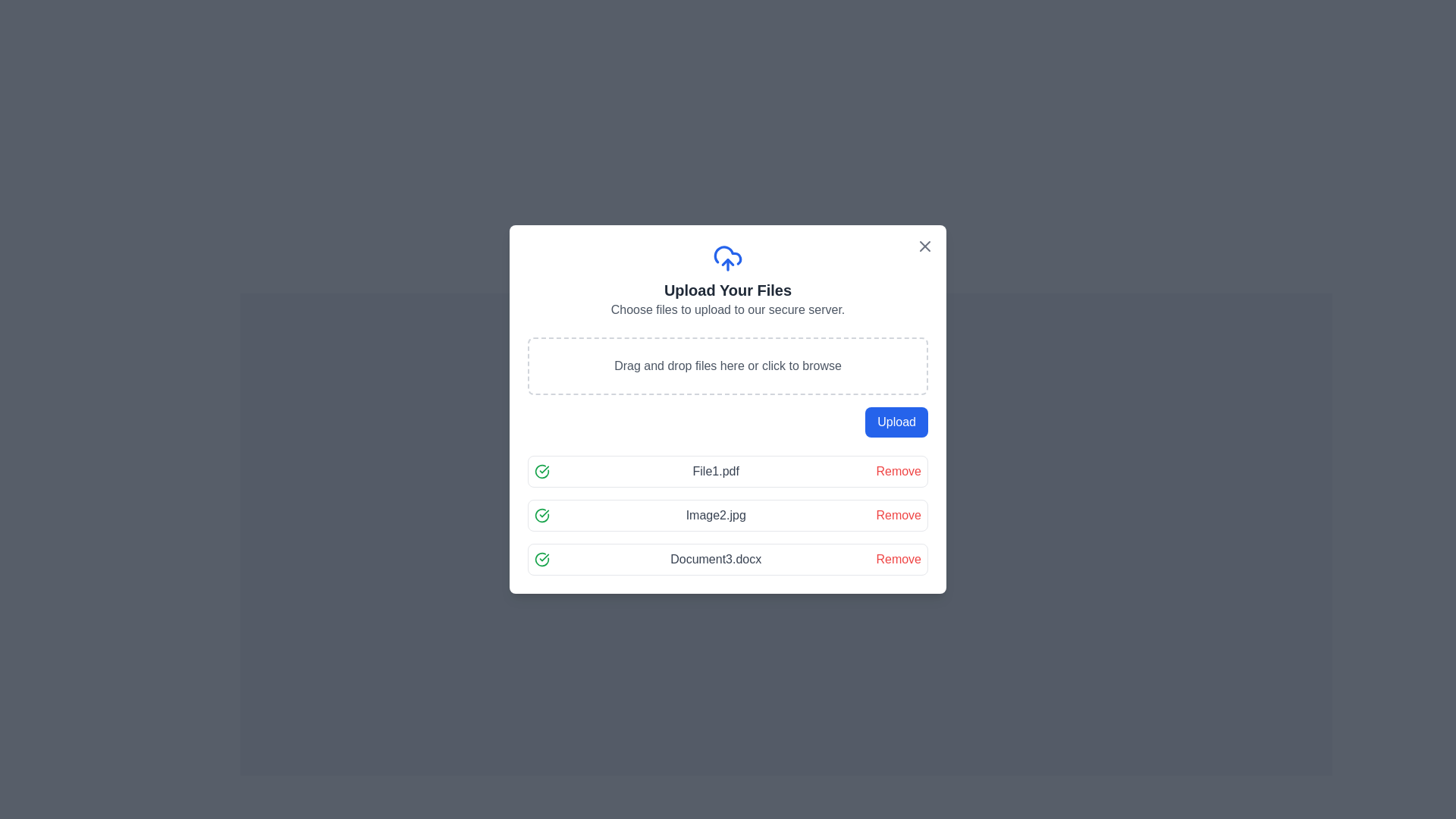 The height and width of the screenshot is (819, 1456). Describe the element at coordinates (899, 514) in the screenshot. I see `the 'Remove' button, which is a clickable text styled in prominent red, located in the rightmost section of the file upload list for 'Image2.jpg'` at that location.